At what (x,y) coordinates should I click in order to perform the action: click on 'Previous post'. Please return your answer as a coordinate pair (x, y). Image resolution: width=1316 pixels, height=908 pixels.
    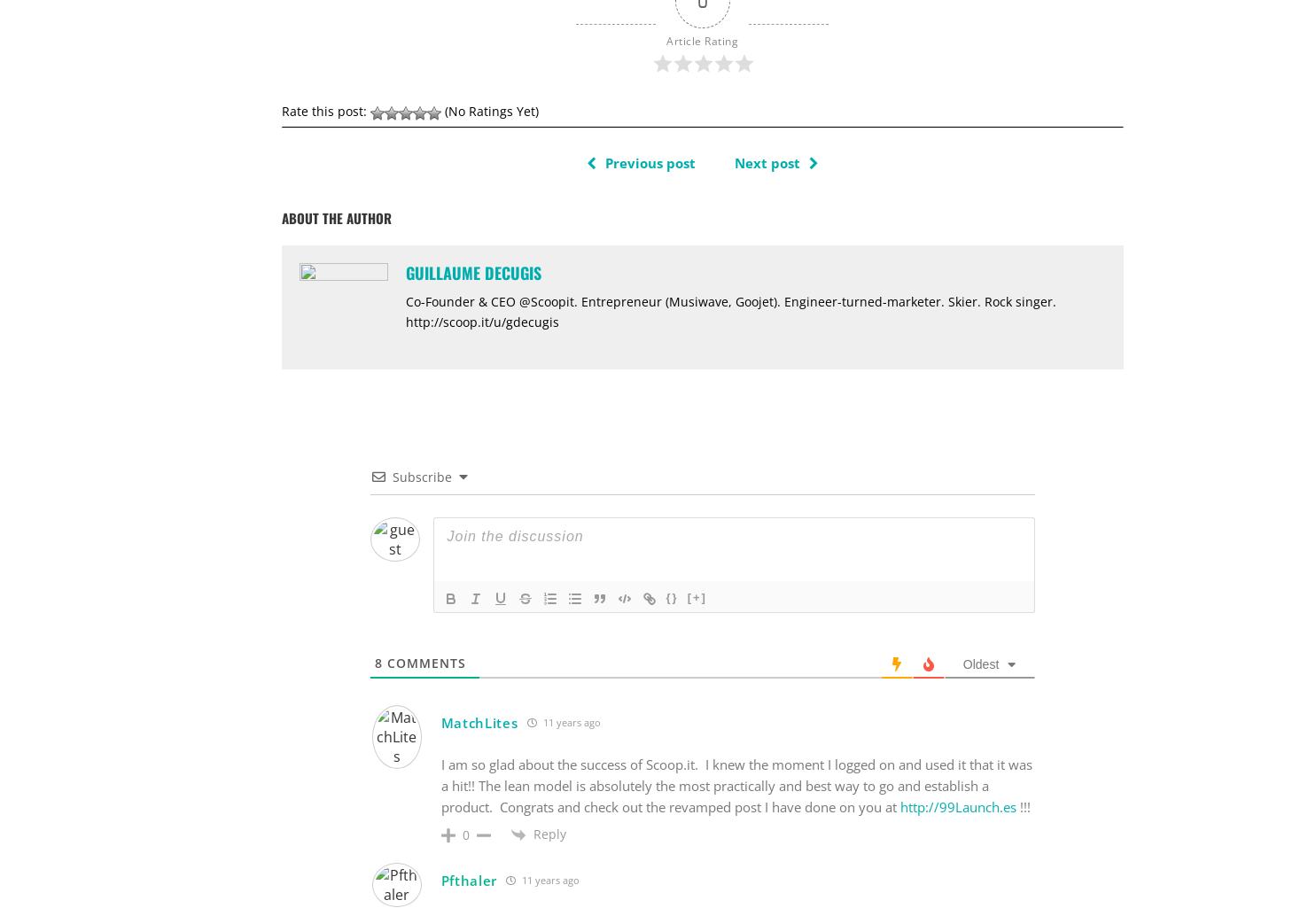
    Looking at the image, I should click on (648, 160).